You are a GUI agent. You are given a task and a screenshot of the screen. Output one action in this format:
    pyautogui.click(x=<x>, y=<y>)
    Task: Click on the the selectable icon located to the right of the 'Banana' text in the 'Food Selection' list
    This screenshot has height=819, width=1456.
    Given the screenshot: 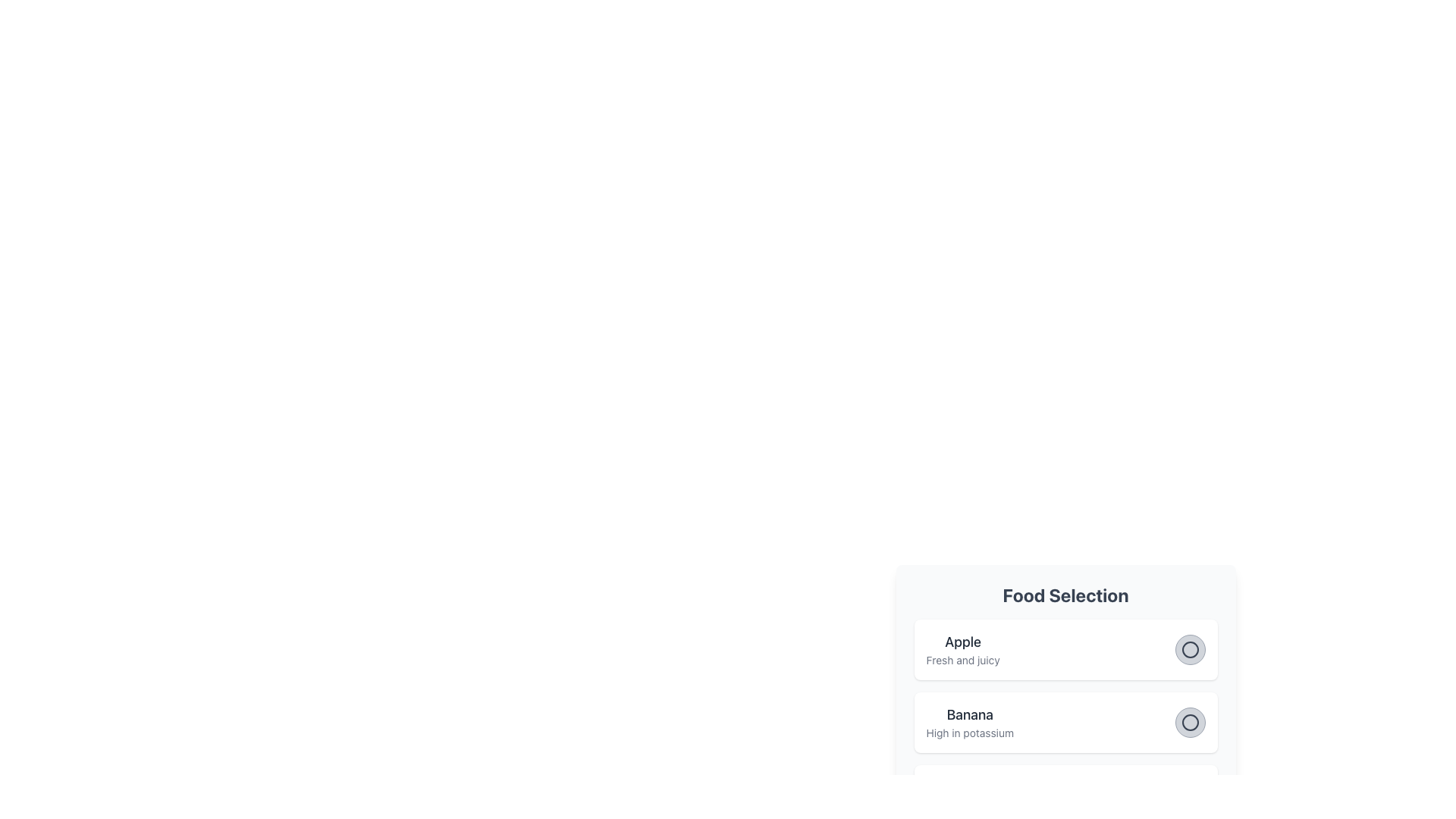 What is the action you would take?
    pyautogui.click(x=1189, y=721)
    